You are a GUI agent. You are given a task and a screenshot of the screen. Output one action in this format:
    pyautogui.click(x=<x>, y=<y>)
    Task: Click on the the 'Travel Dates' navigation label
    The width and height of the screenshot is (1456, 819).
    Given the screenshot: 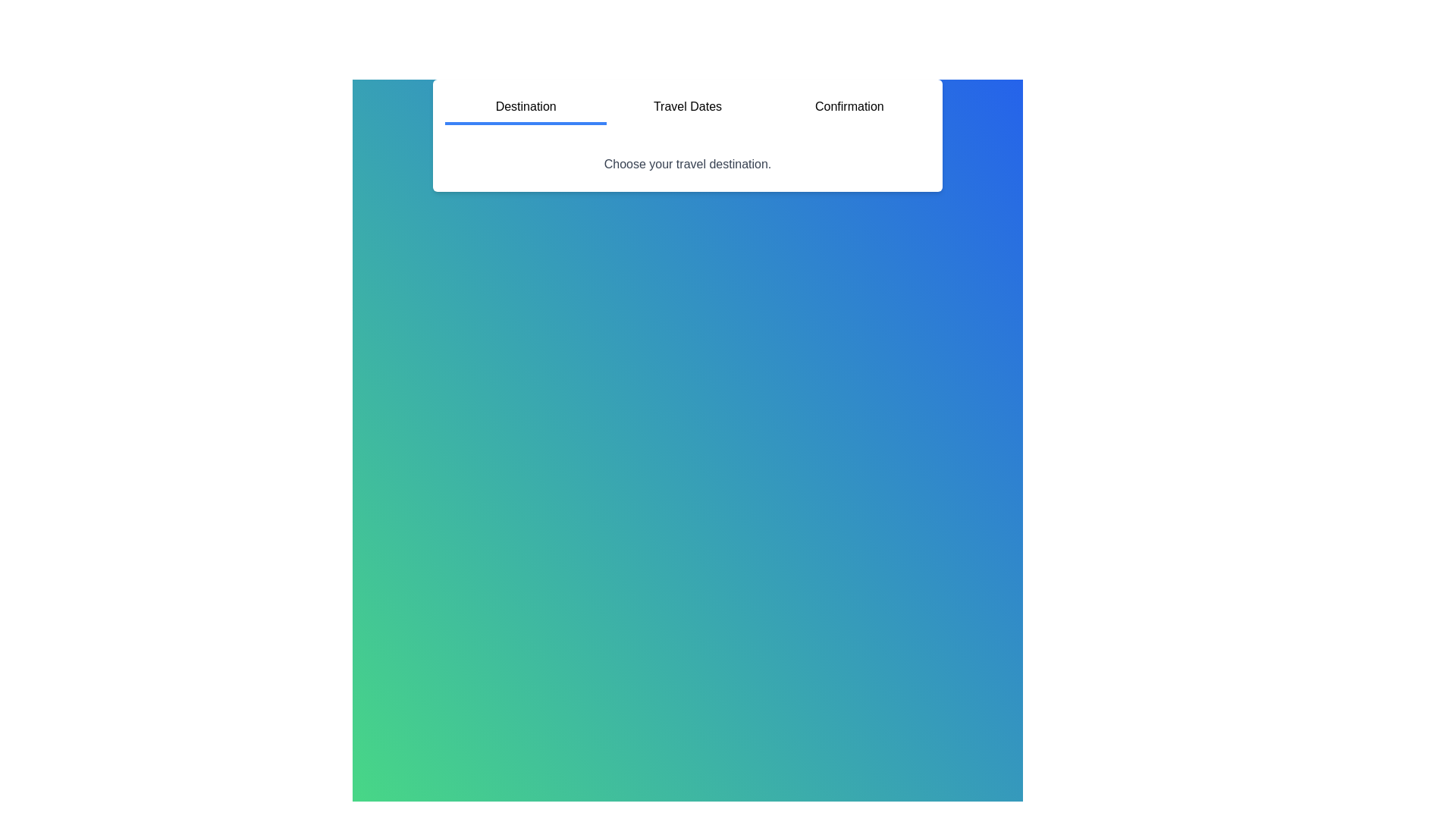 What is the action you would take?
    pyautogui.click(x=687, y=107)
    